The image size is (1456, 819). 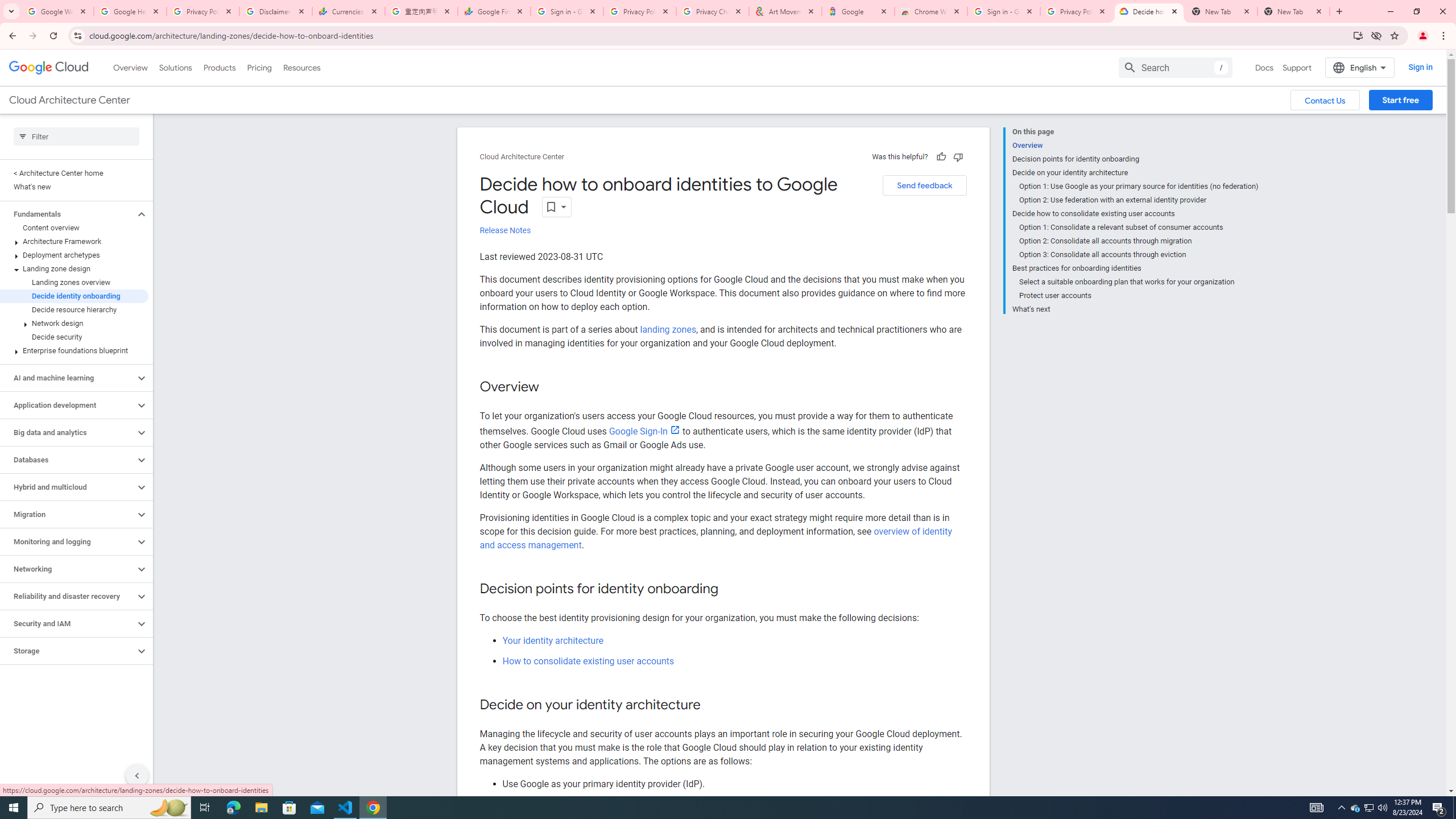 I want to click on 'Resources', so click(x=301, y=67).